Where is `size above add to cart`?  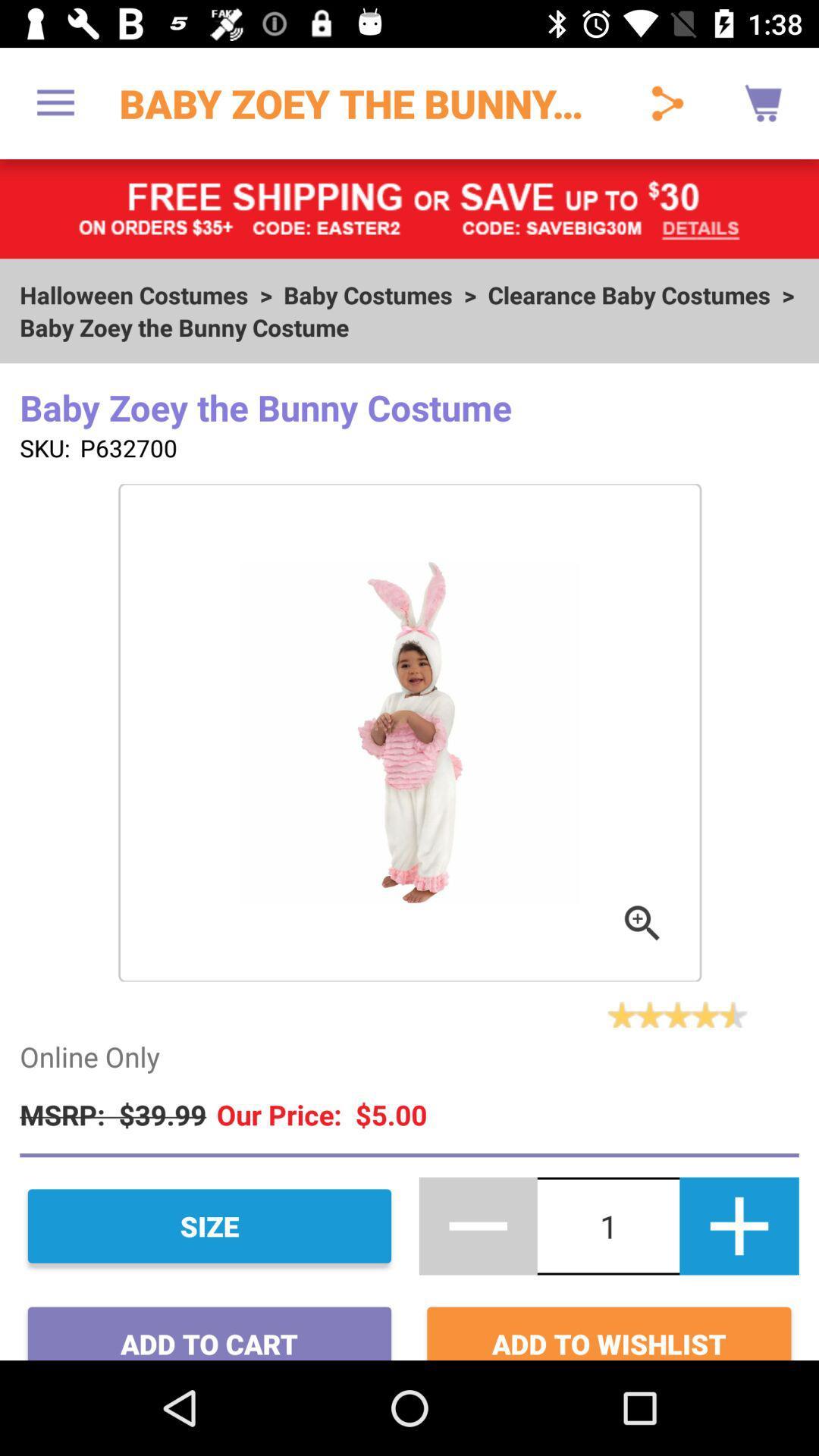 size above add to cart is located at coordinates (209, 1226).